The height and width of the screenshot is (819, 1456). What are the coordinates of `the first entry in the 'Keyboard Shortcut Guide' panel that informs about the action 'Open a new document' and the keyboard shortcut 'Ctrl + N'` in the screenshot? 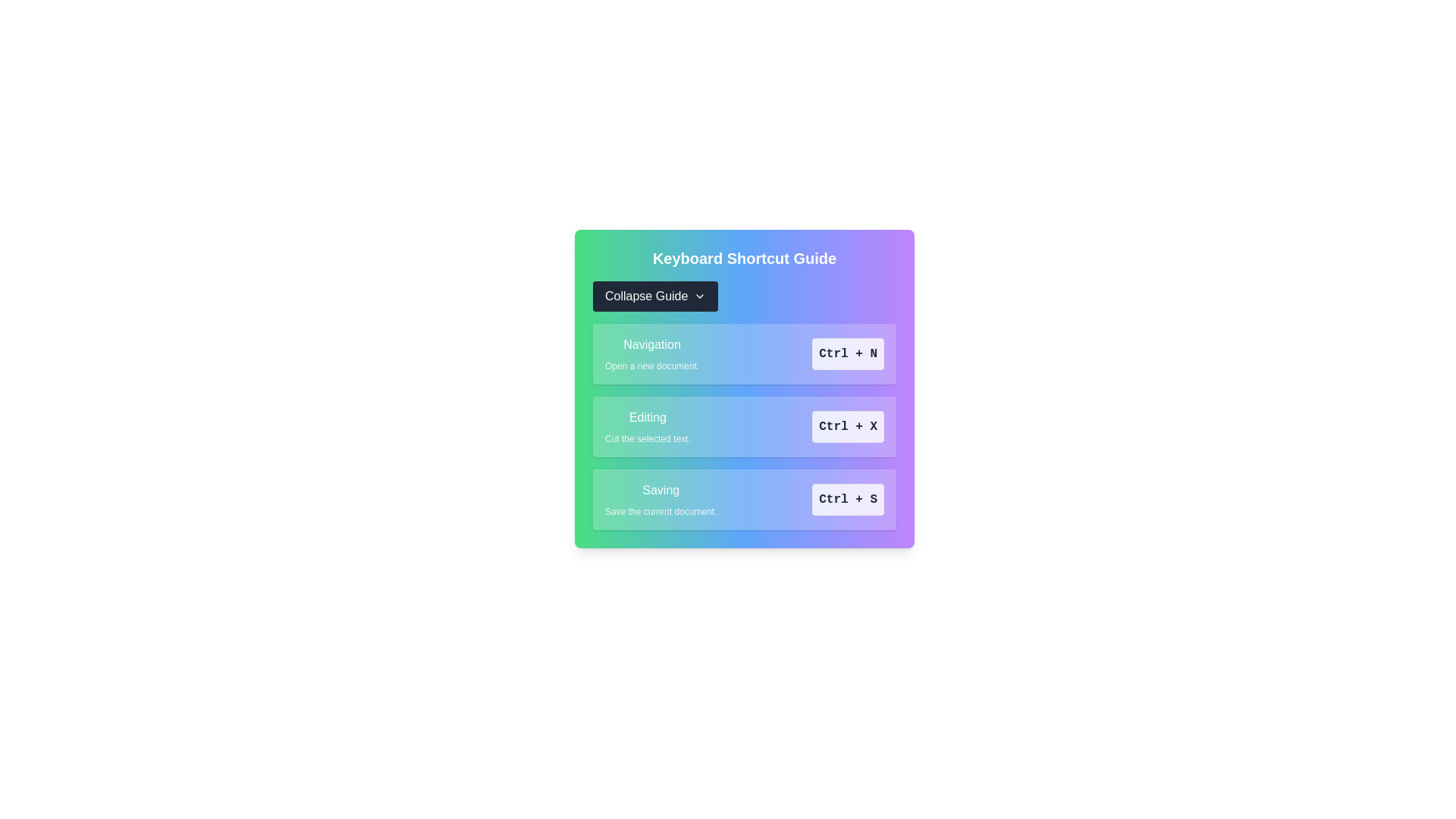 It's located at (745, 353).